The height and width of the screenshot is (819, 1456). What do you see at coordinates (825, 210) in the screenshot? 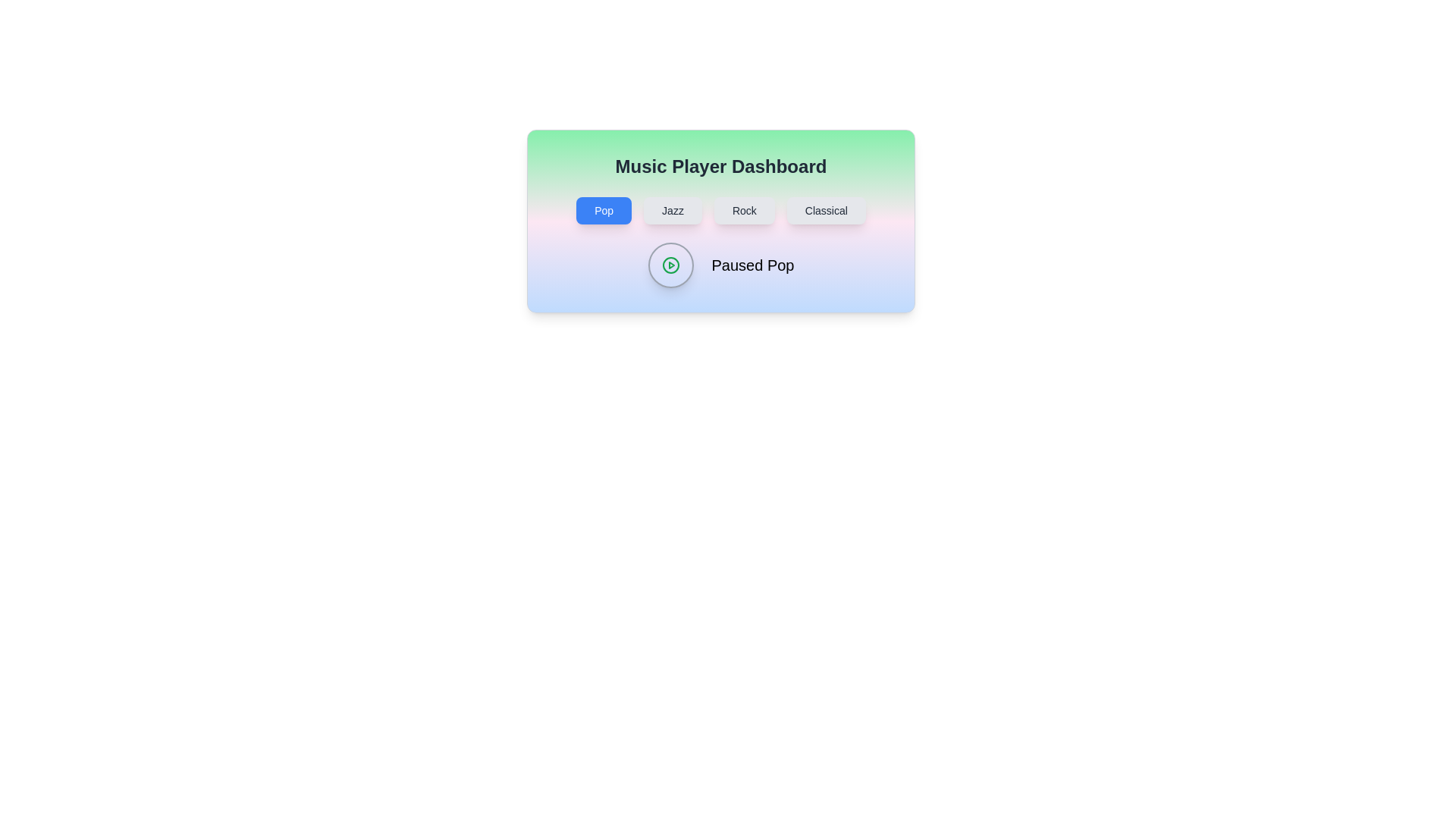
I see `the button corresponding to the genre Classical to select it` at bounding box center [825, 210].